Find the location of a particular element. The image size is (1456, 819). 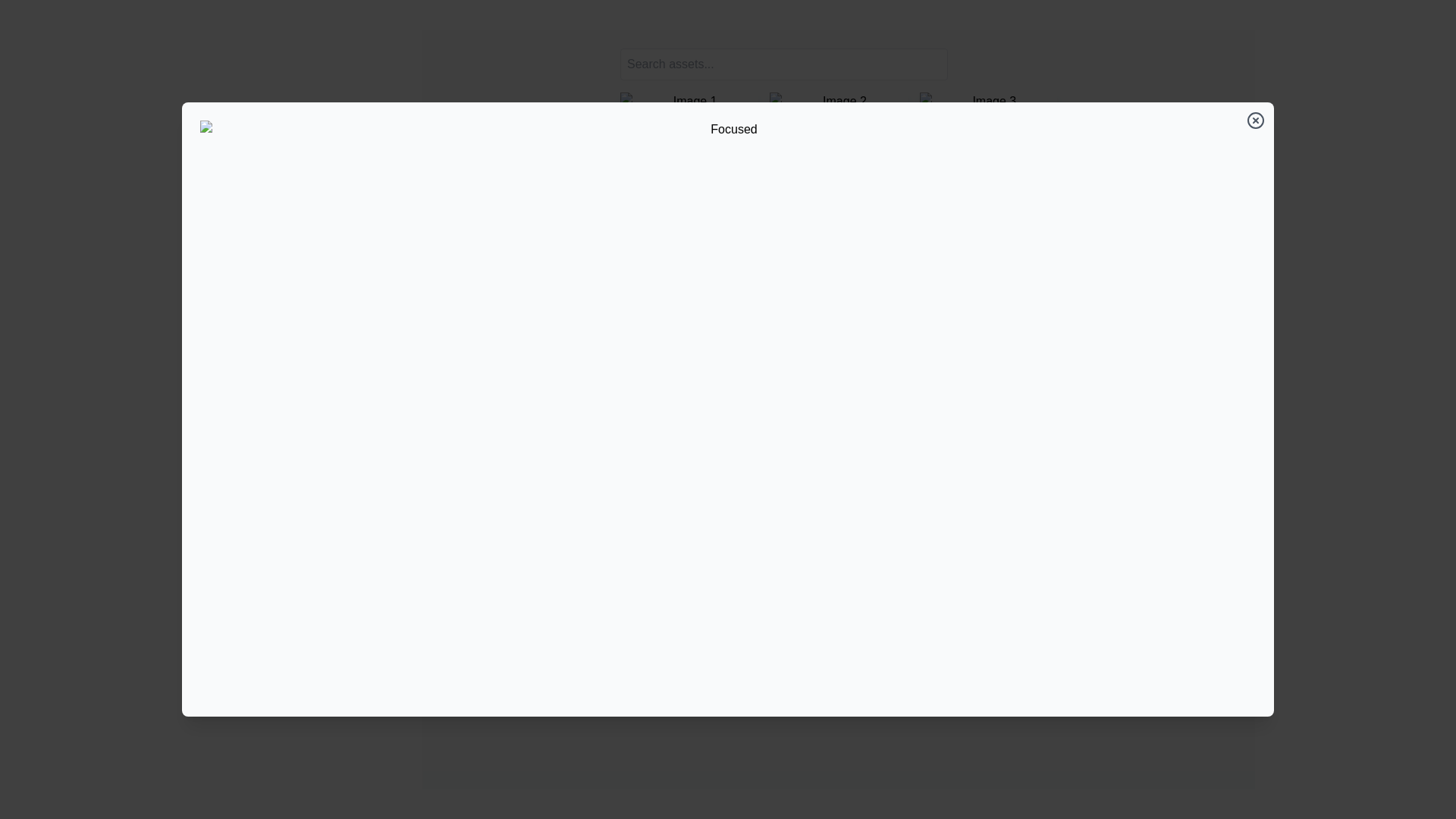

the small circular close button with an 'X' icon located in the top-right corner of the white dialog box is located at coordinates (1256, 119).